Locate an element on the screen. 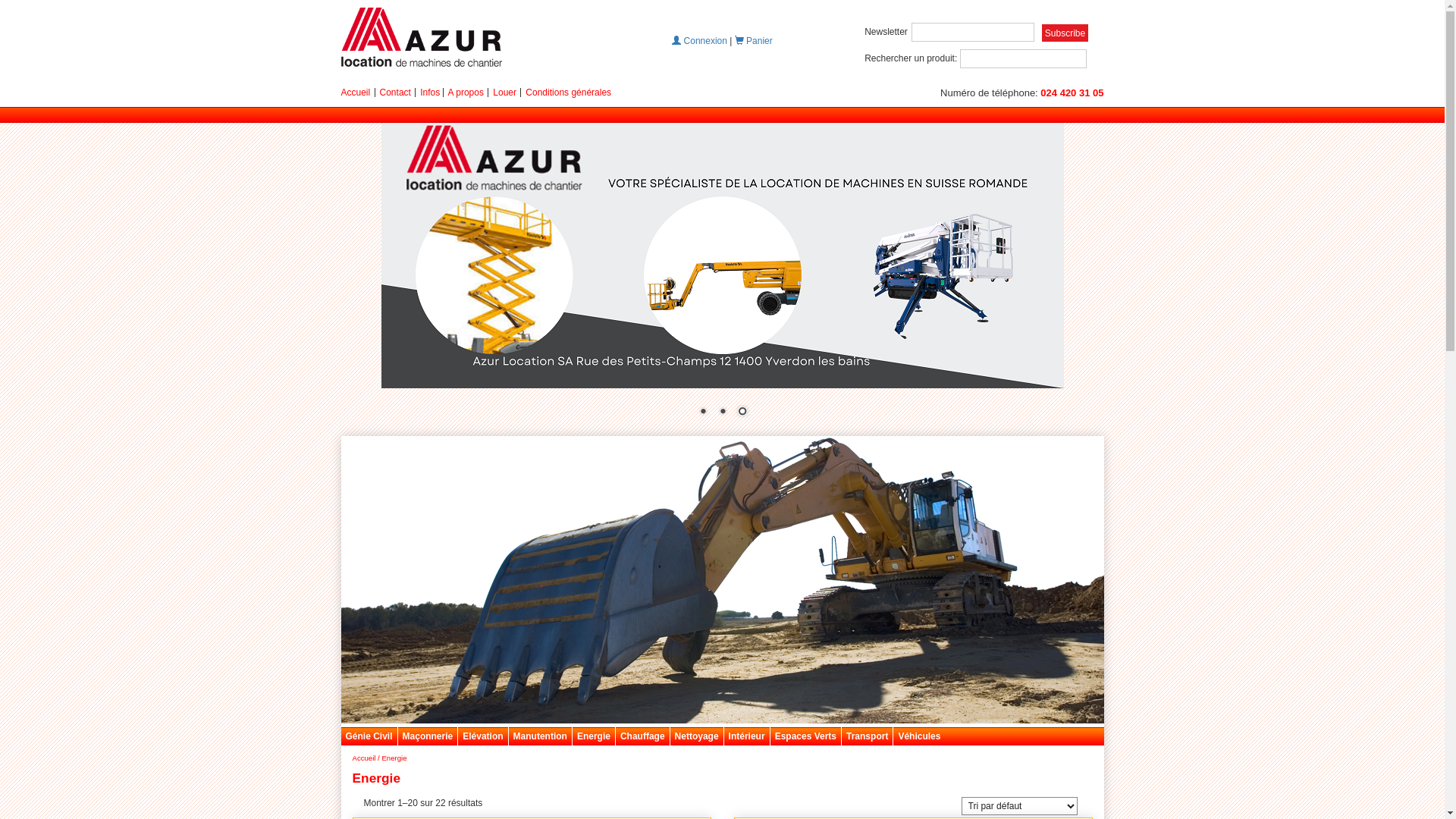 This screenshot has height=819, width=1456. '2' is located at coordinates (713, 413).